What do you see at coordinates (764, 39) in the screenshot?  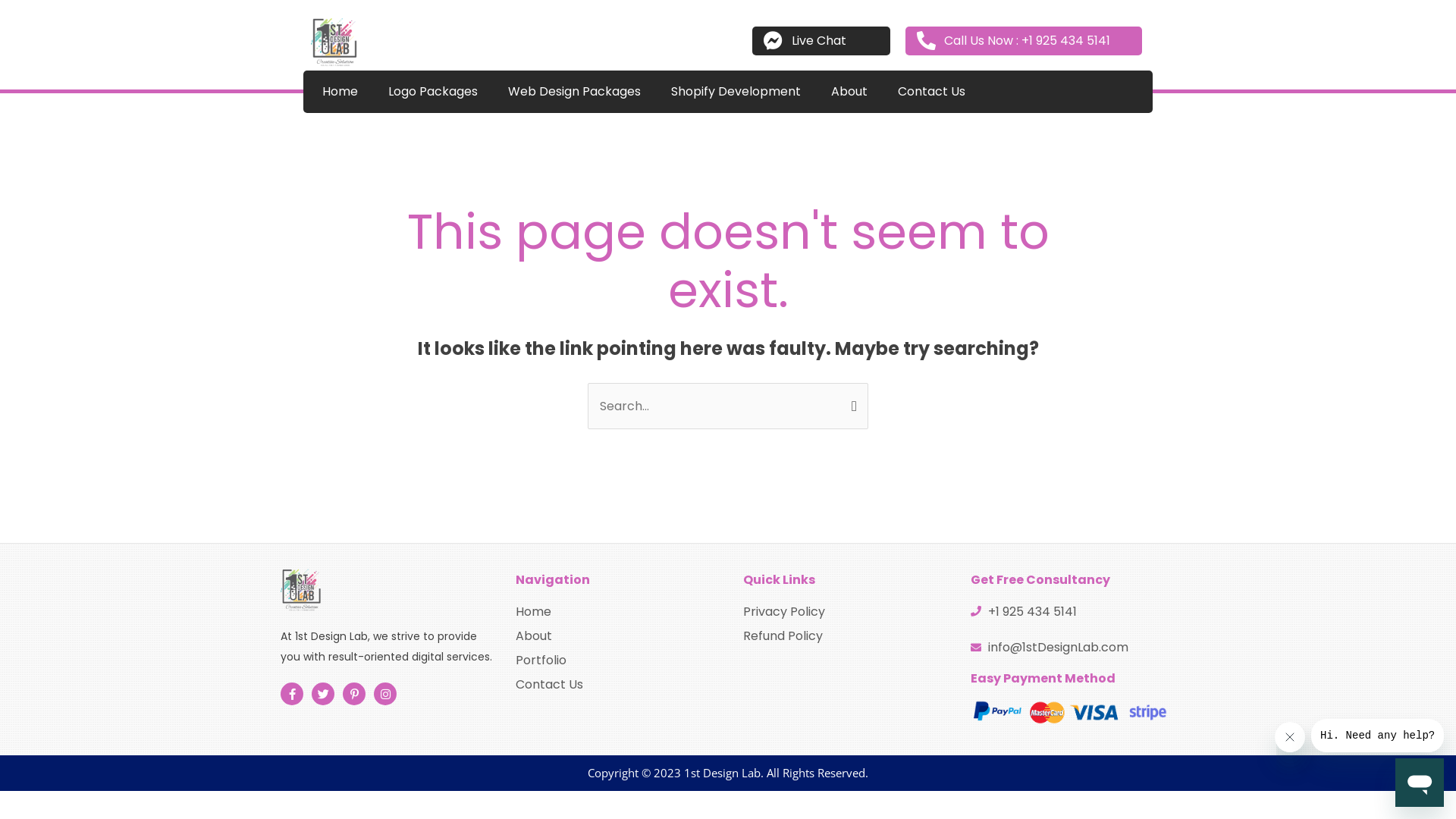 I see `'Live Chat'` at bounding box center [764, 39].